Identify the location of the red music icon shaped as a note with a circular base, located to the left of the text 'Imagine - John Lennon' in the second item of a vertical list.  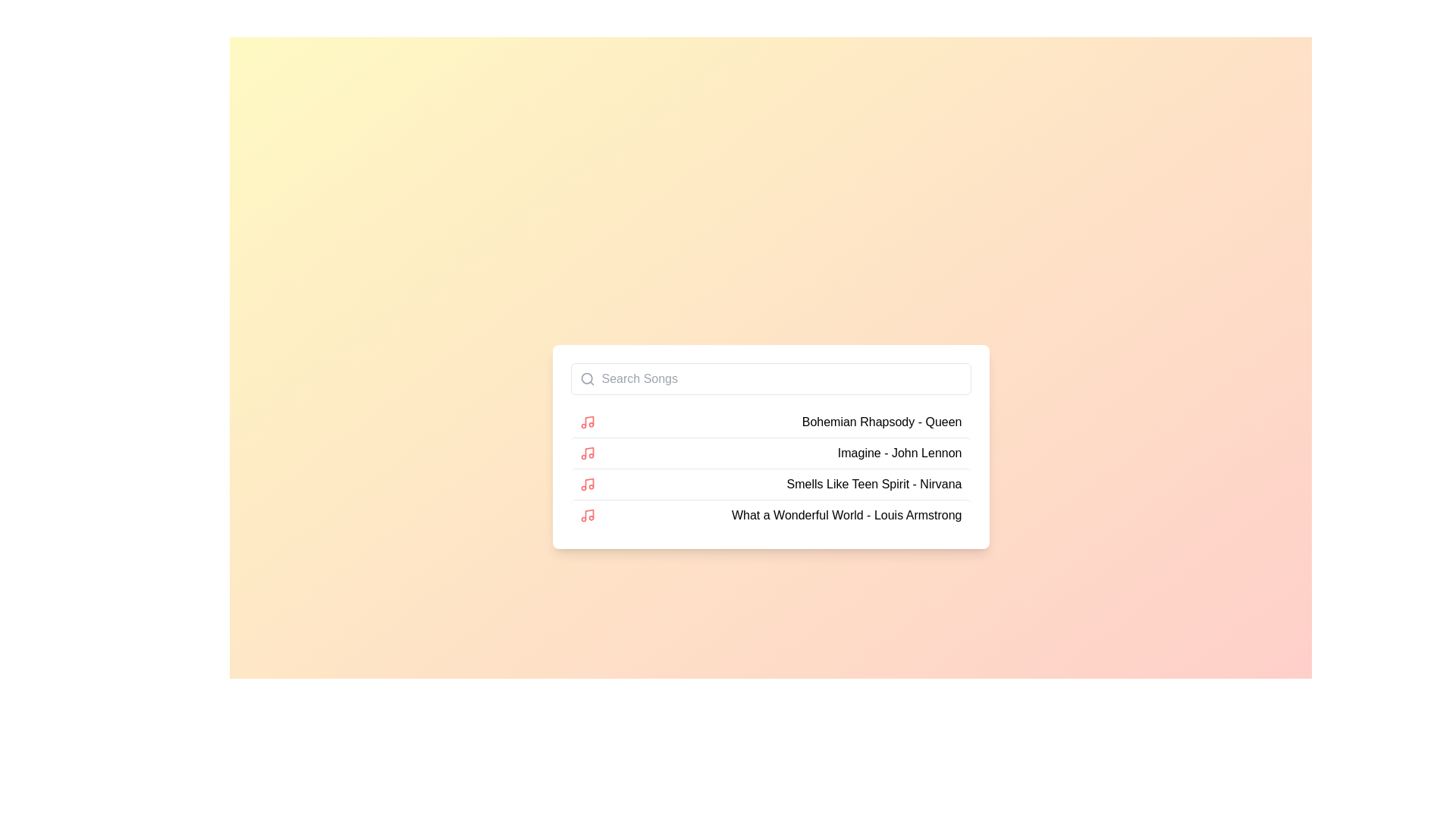
(586, 452).